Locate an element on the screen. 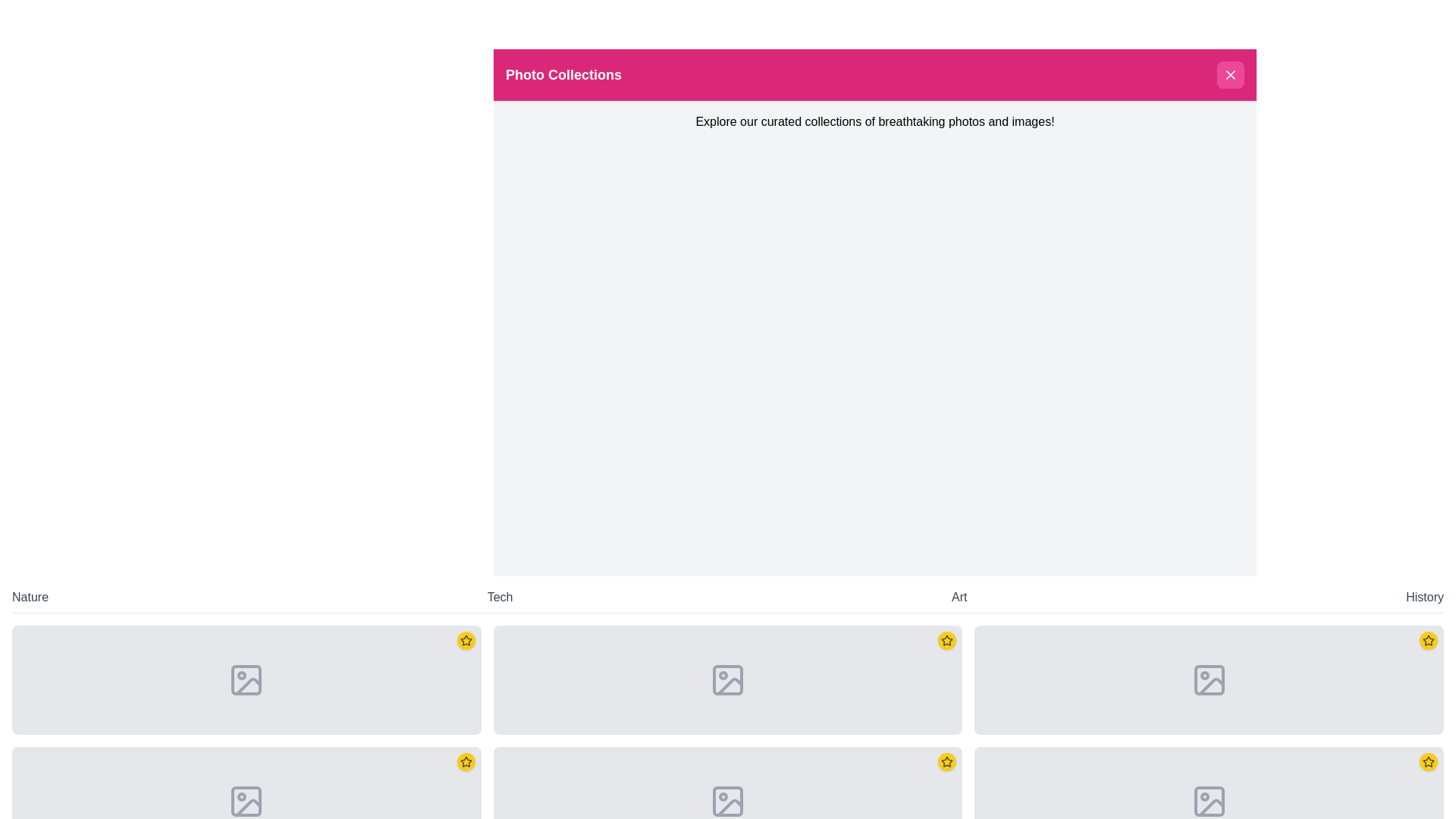  the close button located at the top-right corner of the pink header bar of the 'Photo Collections' section is located at coordinates (1230, 75).